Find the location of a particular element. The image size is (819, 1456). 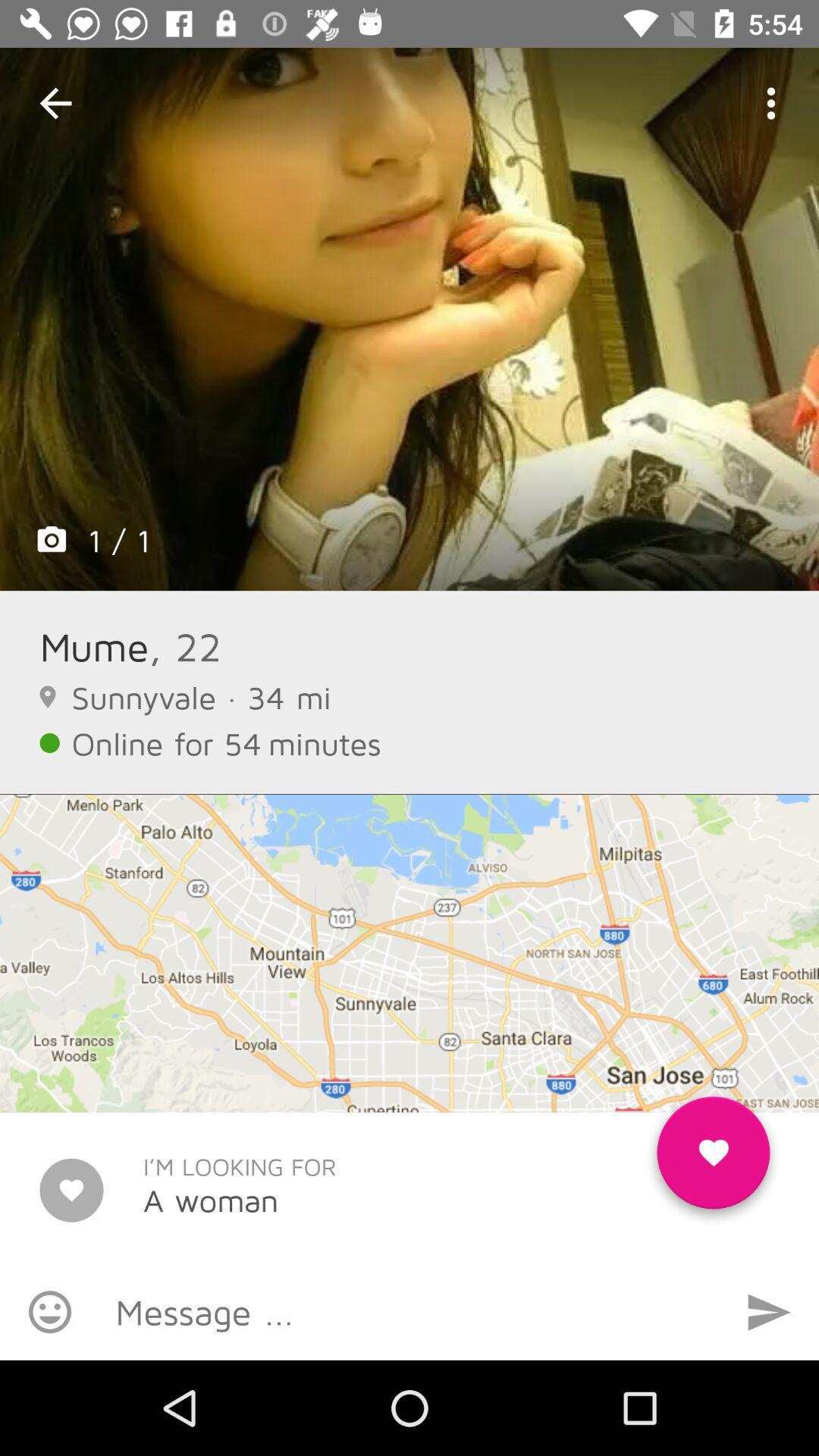

a message is located at coordinates (409, 1310).